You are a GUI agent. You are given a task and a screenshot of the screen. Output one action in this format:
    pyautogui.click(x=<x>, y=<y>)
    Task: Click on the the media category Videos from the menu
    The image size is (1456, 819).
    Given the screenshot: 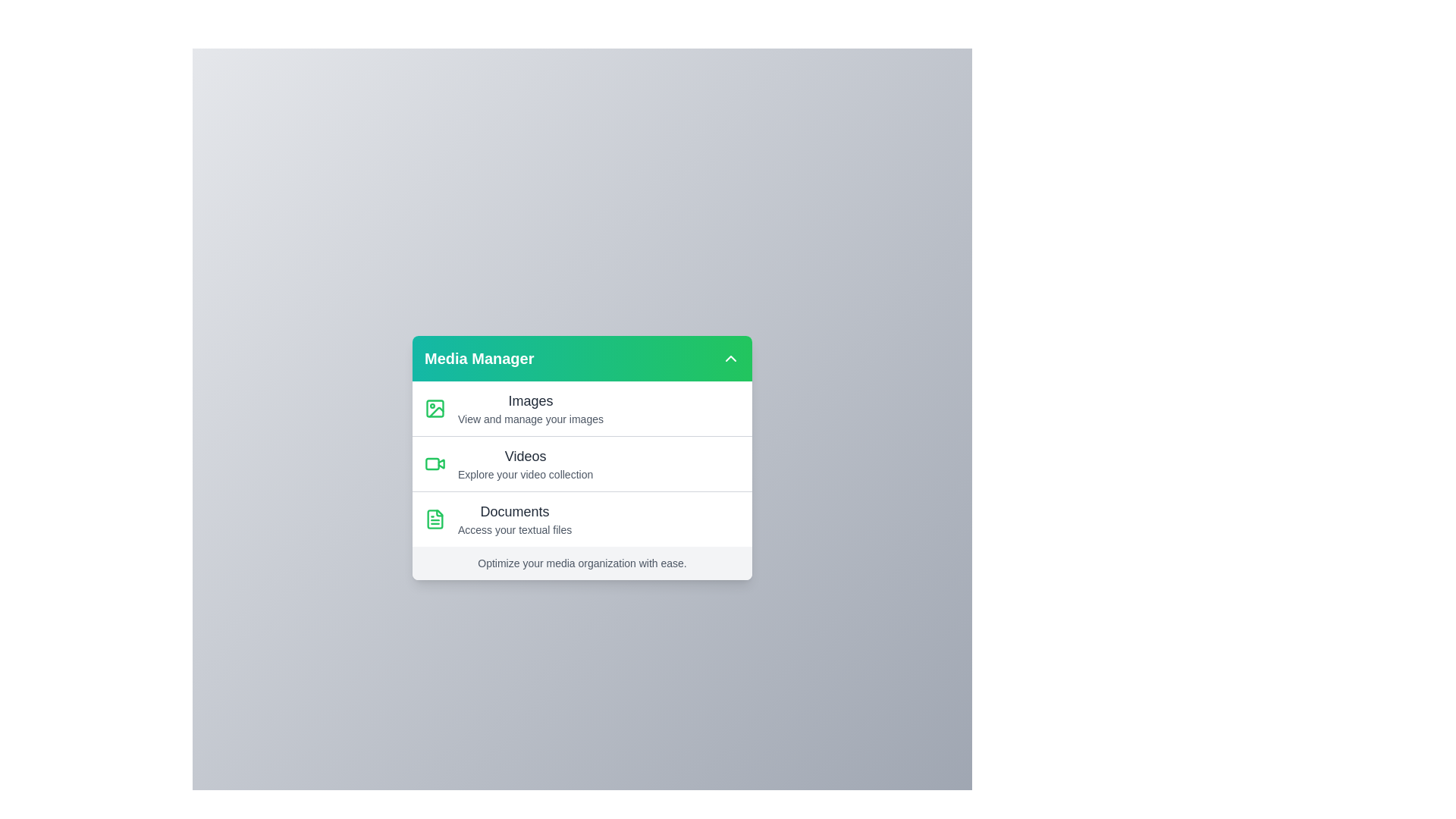 What is the action you would take?
    pyautogui.click(x=582, y=463)
    